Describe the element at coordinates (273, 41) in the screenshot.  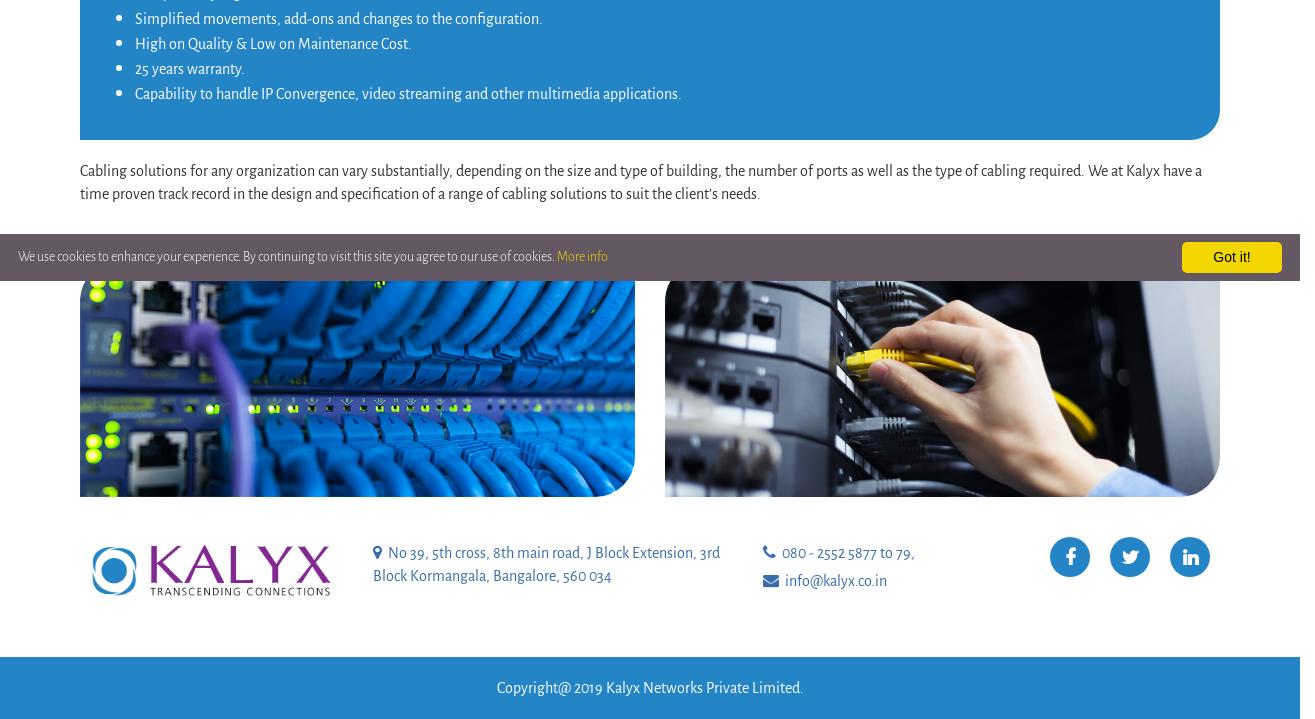
I see `'High on Quality & Low on Maintenance Cost.'` at that location.